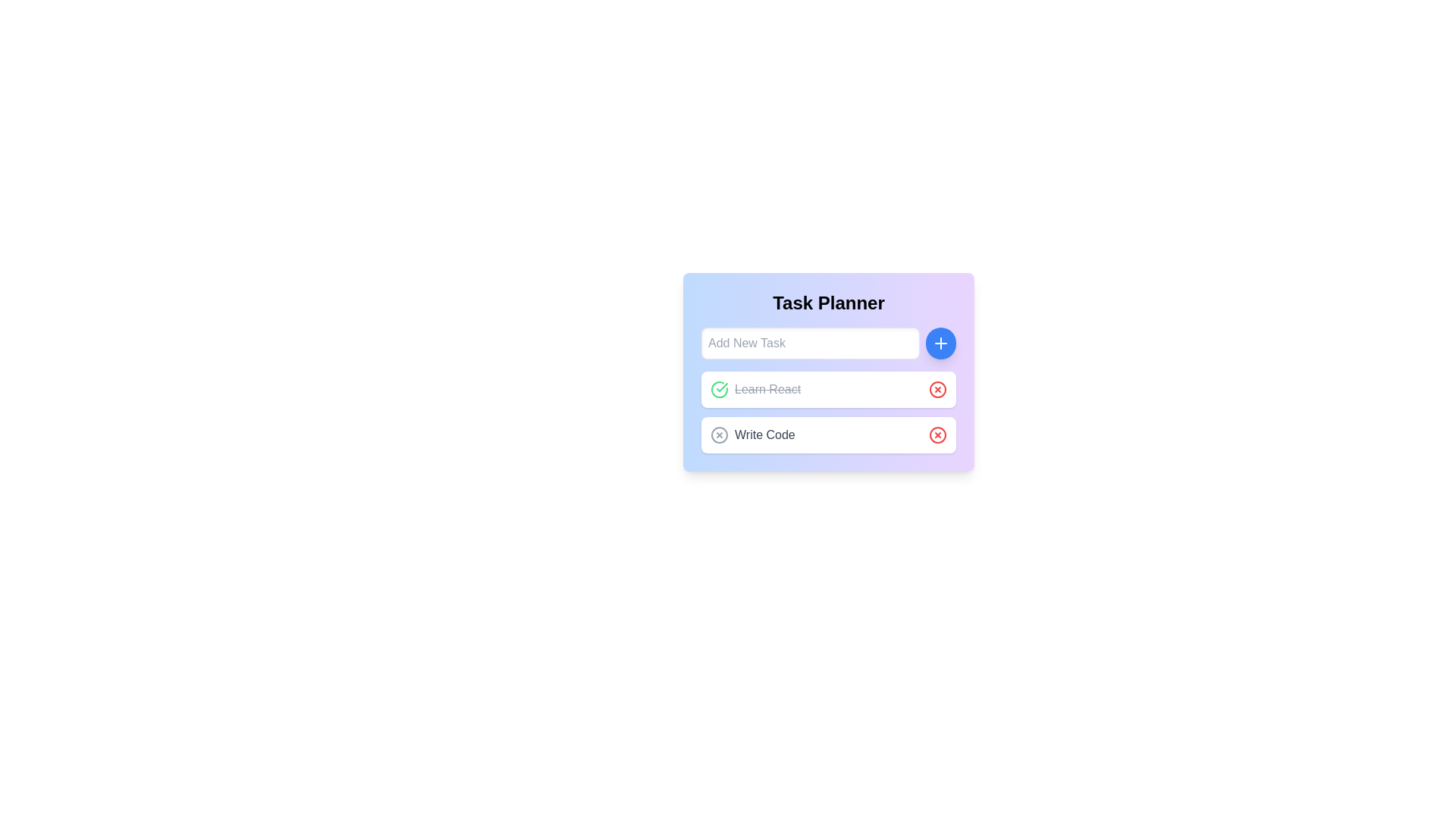 This screenshot has width=1456, height=819. Describe the element at coordinates (755, 388) in the screenshot. I see `the completed task labeled 'Learn React' in the second task block of the task list interface to provide feedback on its status` at that location.